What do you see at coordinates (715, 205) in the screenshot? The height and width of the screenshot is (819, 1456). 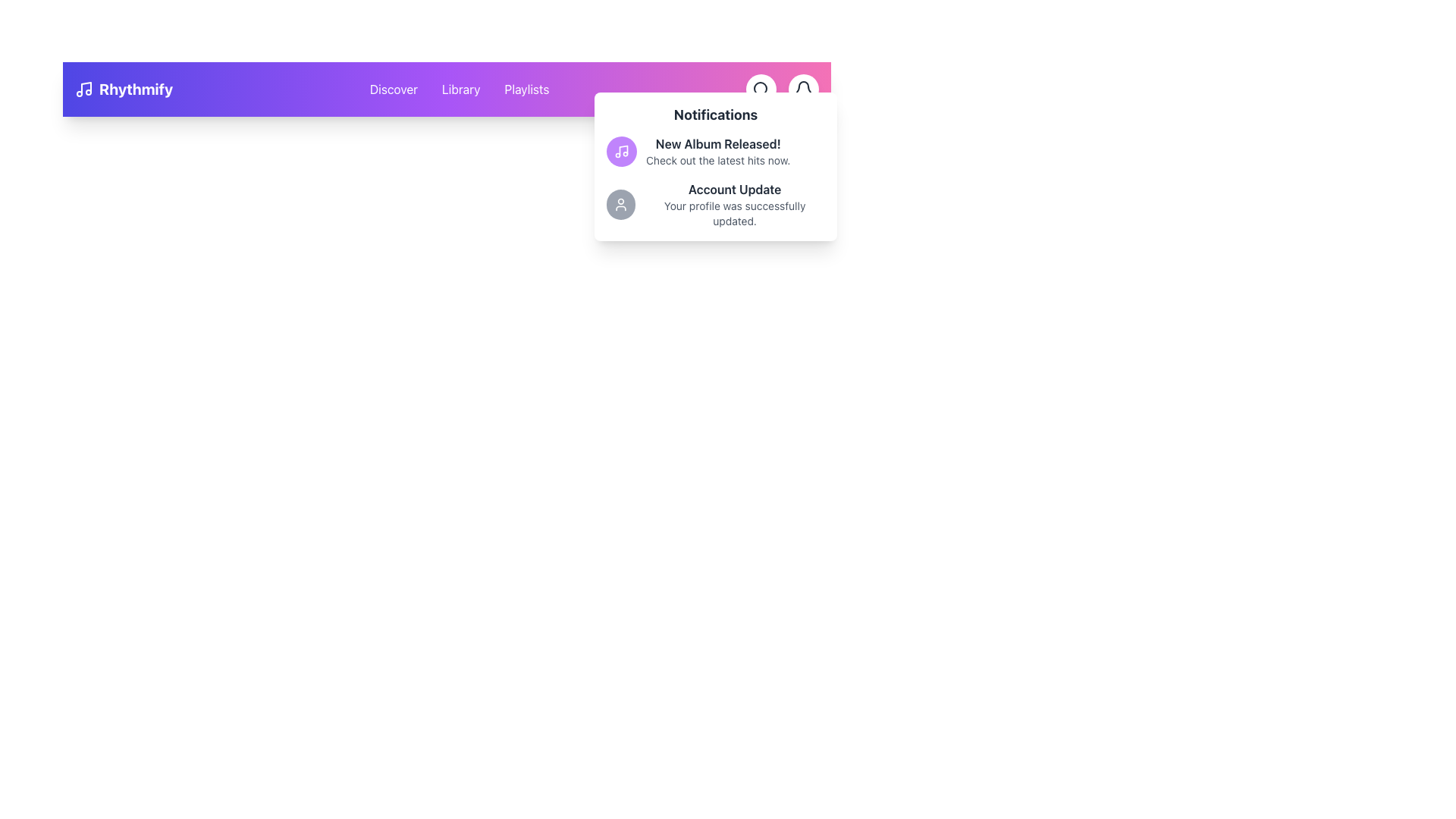 I see `the second notification item in the dropdown card that reads 'Account Update' and has a user silhouette icon to the left` at bounding box center [715, 205].